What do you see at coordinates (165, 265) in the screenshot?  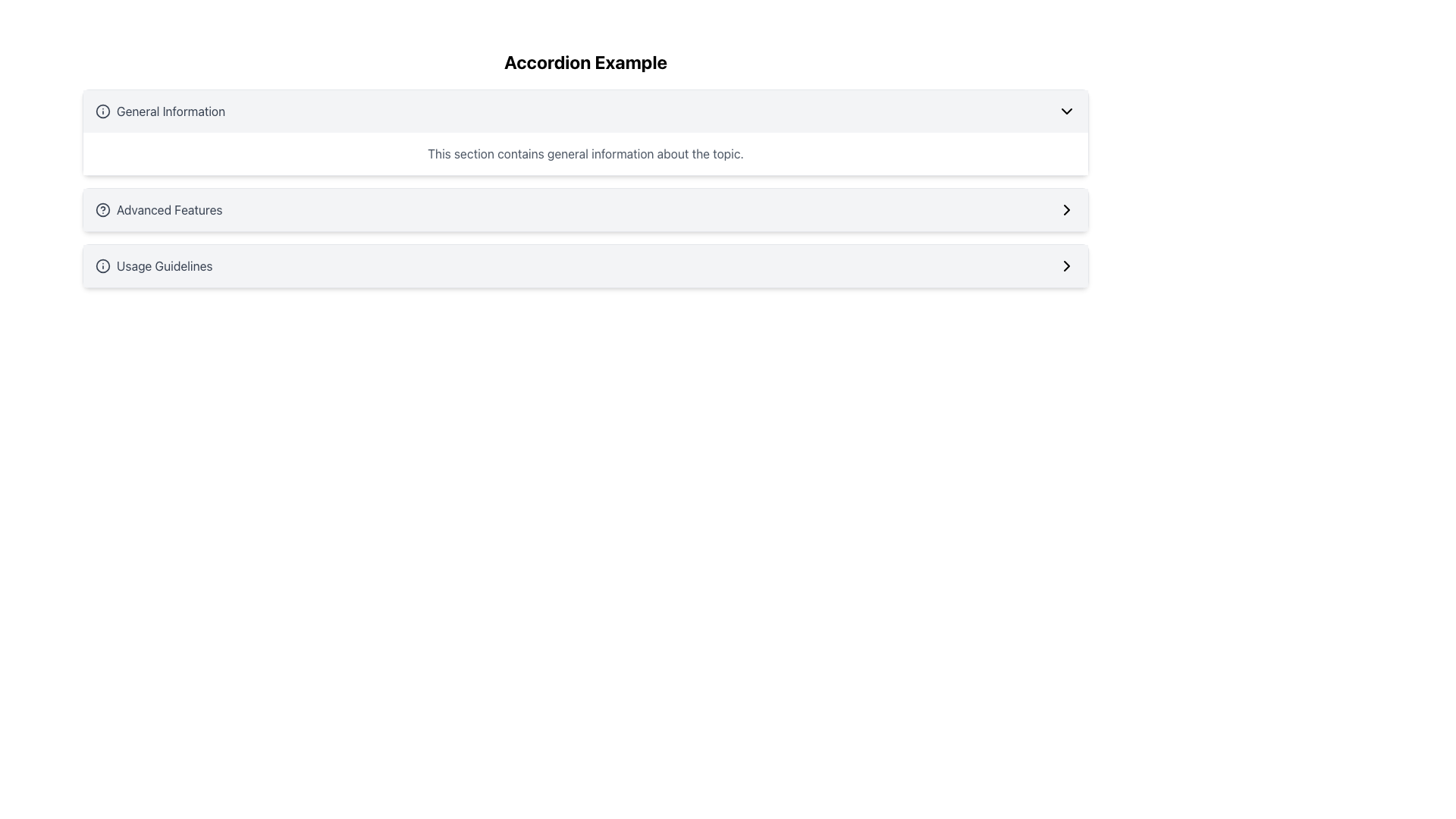 I see `the text label describing the third collapsible section of the accordion, which is located to the right of the information icon` at bounding box center [165, 265].